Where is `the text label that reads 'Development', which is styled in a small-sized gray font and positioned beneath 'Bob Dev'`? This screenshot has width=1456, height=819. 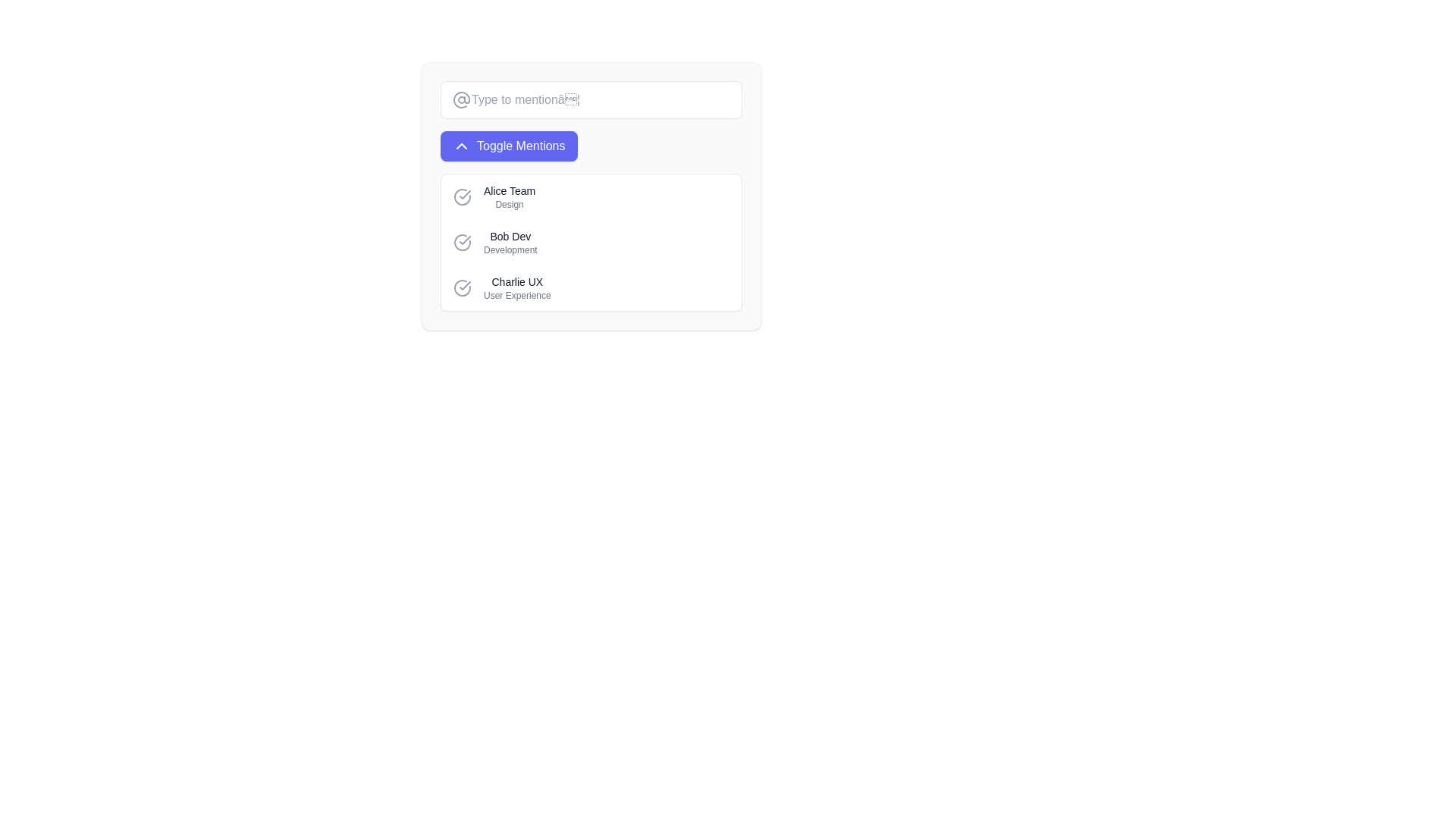
the text label that reads 'Development', which is styled in a small-sized gray font and positioned beneath 'Bob Dev' is located at coordinates (510, 249).